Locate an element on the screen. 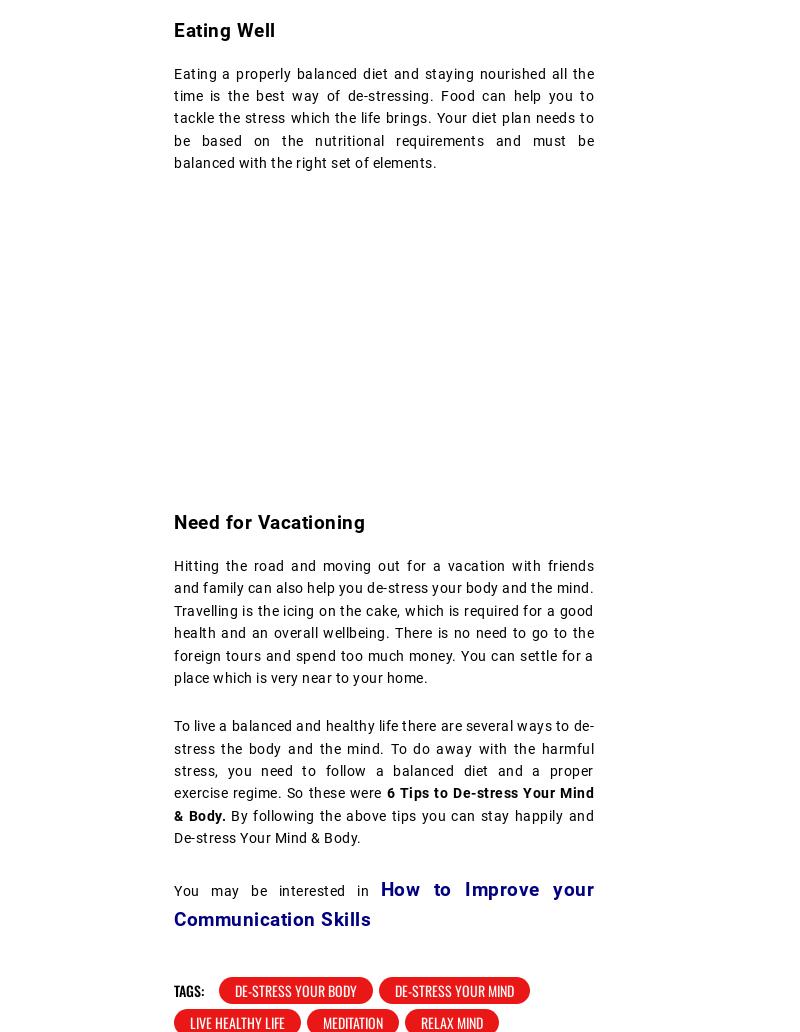 This screenshot has width=800, height=1032. 'You may be interested in' is located at coordinates (277, 889).